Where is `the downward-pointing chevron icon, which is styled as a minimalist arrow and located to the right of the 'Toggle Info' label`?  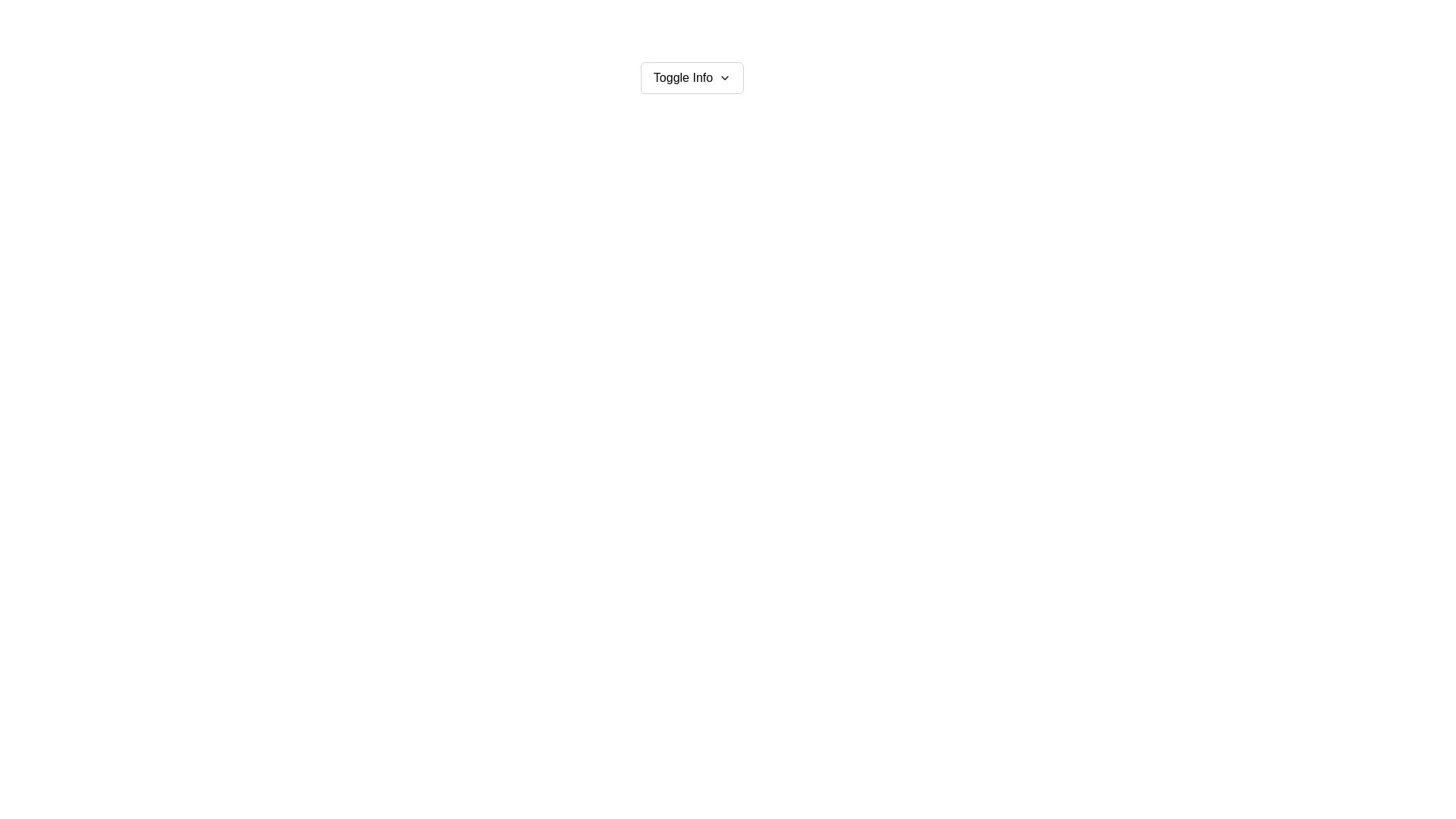 the downward-pointing chevron icon, which is styled as a minimalist arrow and located to the right of the 'Toggle Info' label is located at coordinates (724, 78).